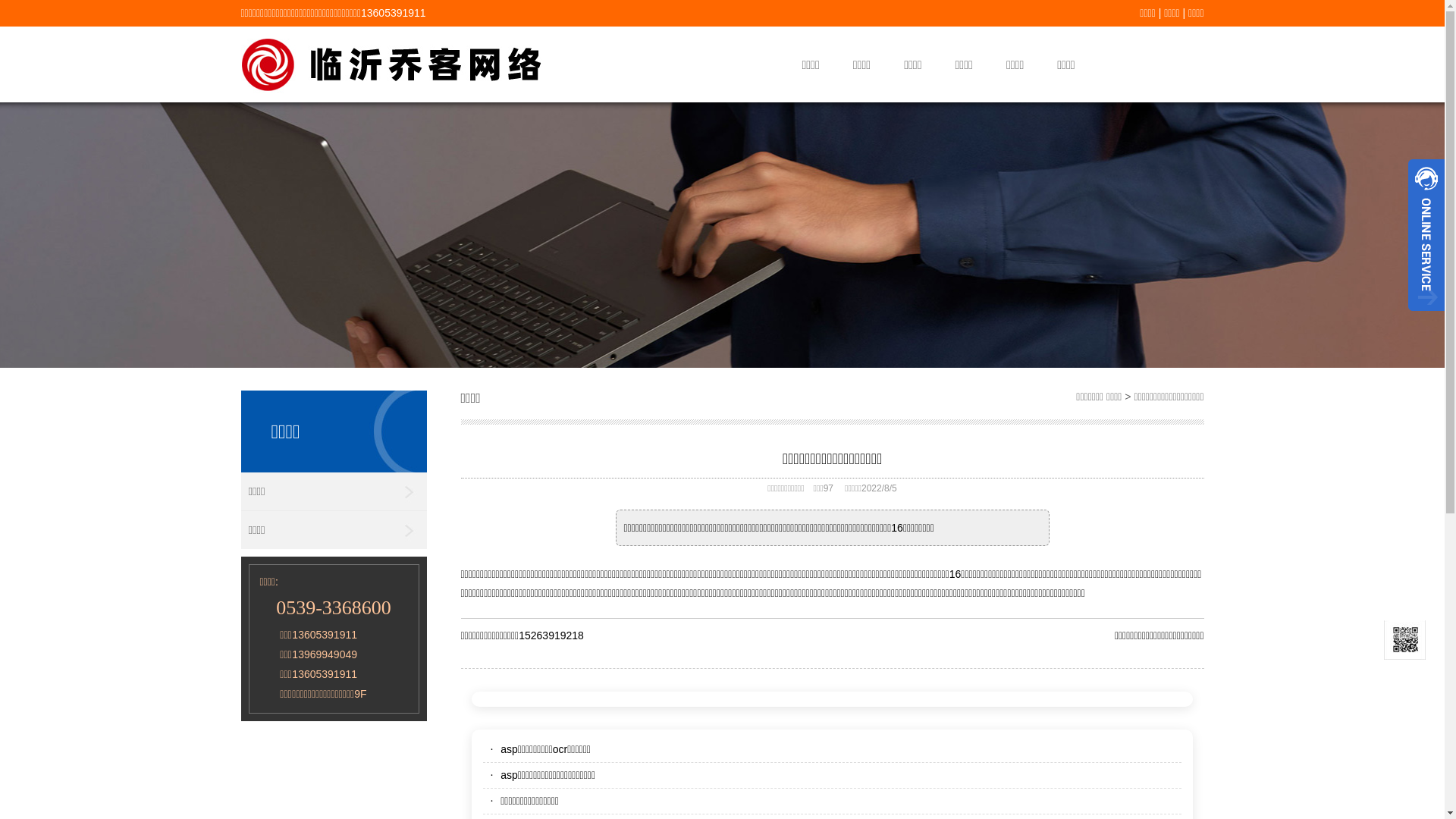  Describe the element at coordinates (1407, 315) in the screenshot. I see `' '` at that location.